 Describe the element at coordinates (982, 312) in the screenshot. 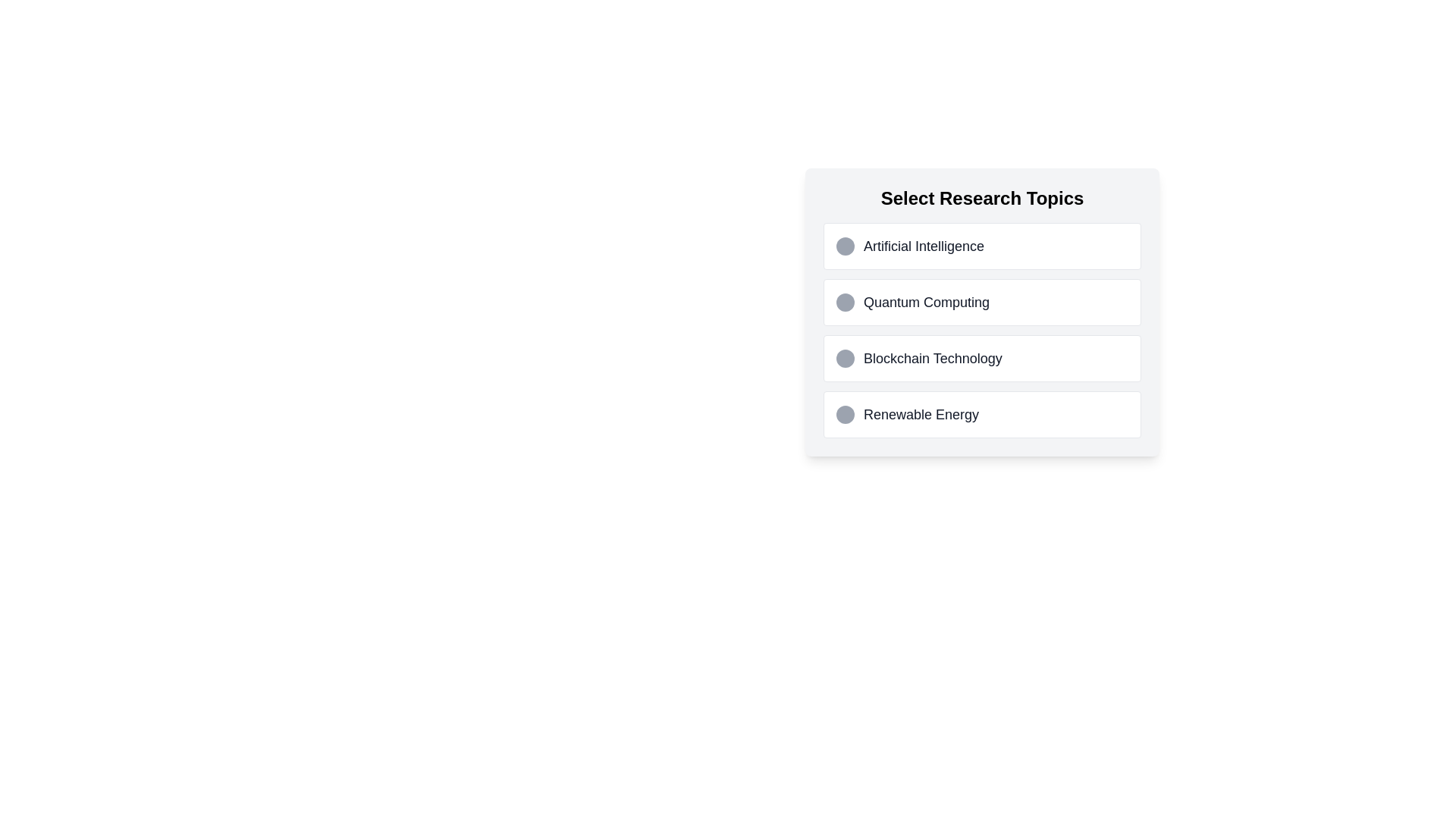

I see `the selectable list item labeled 'Quantum Computing'` at that location.